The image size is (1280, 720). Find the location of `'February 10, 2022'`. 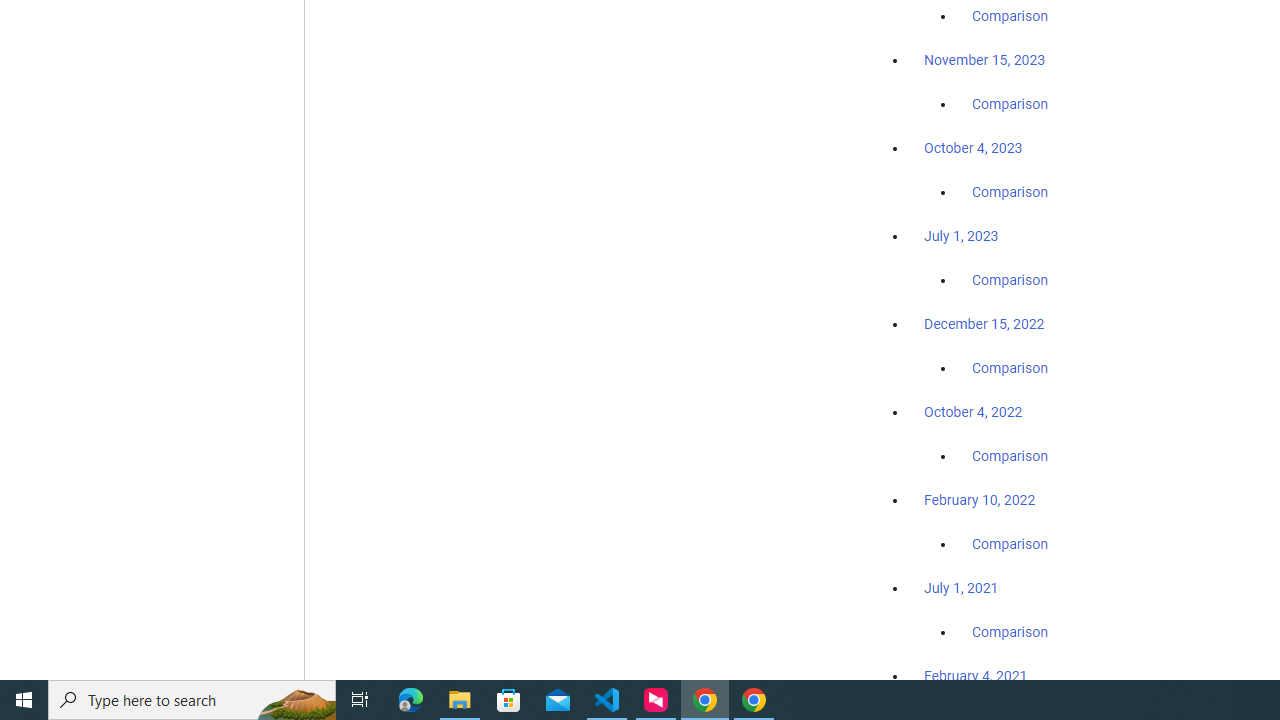

'February 10, 2022' is located at coordinates (979, 499).